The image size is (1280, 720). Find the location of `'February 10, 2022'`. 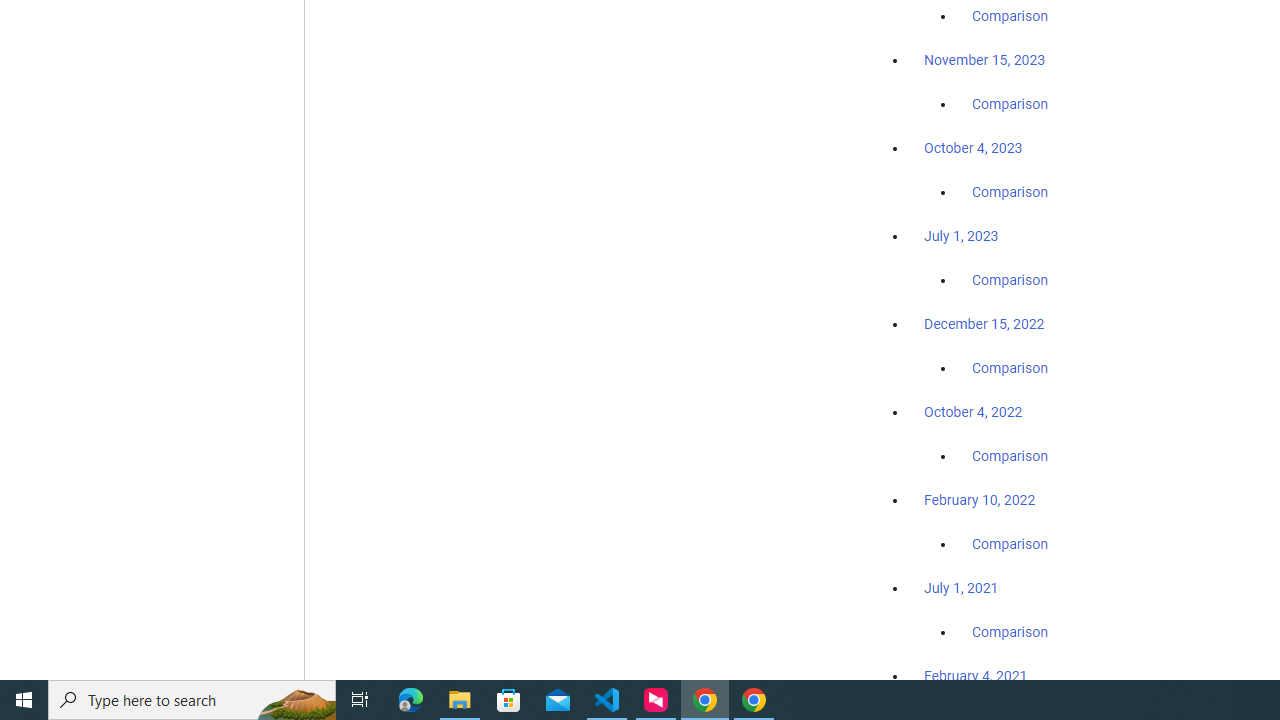

'February 10, 2022' is located at coordinates (979, 499).